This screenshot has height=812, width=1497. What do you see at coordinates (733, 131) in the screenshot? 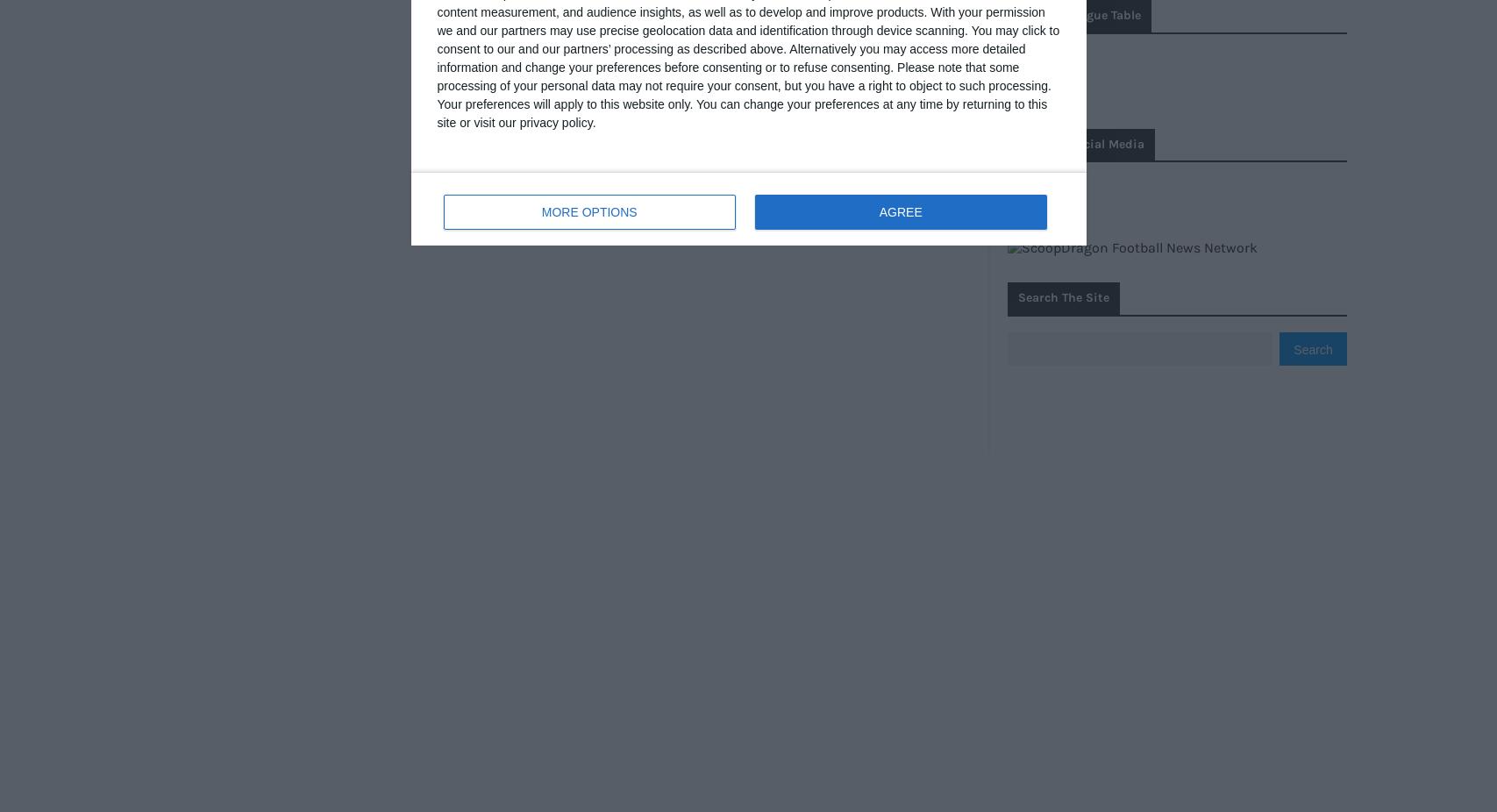
I see `'At the moment when ten years of frustration and anguish were extinguished, Guardiola did not wear an expression of triumph …'` at bounding box center [733, 131].